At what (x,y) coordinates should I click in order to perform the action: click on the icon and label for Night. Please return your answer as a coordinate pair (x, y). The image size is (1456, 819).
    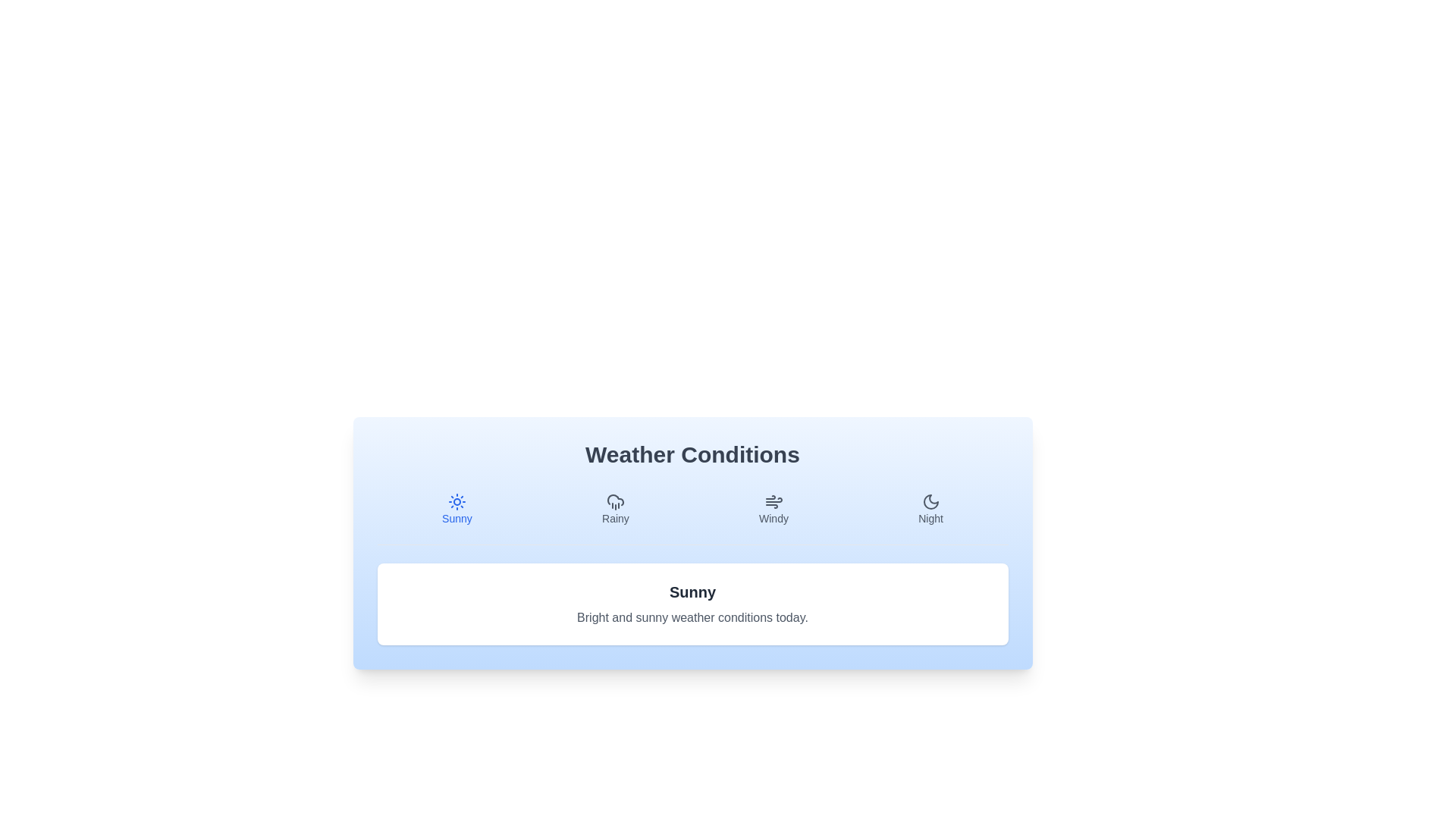
    Looking at the image, I should click on (930, 509).